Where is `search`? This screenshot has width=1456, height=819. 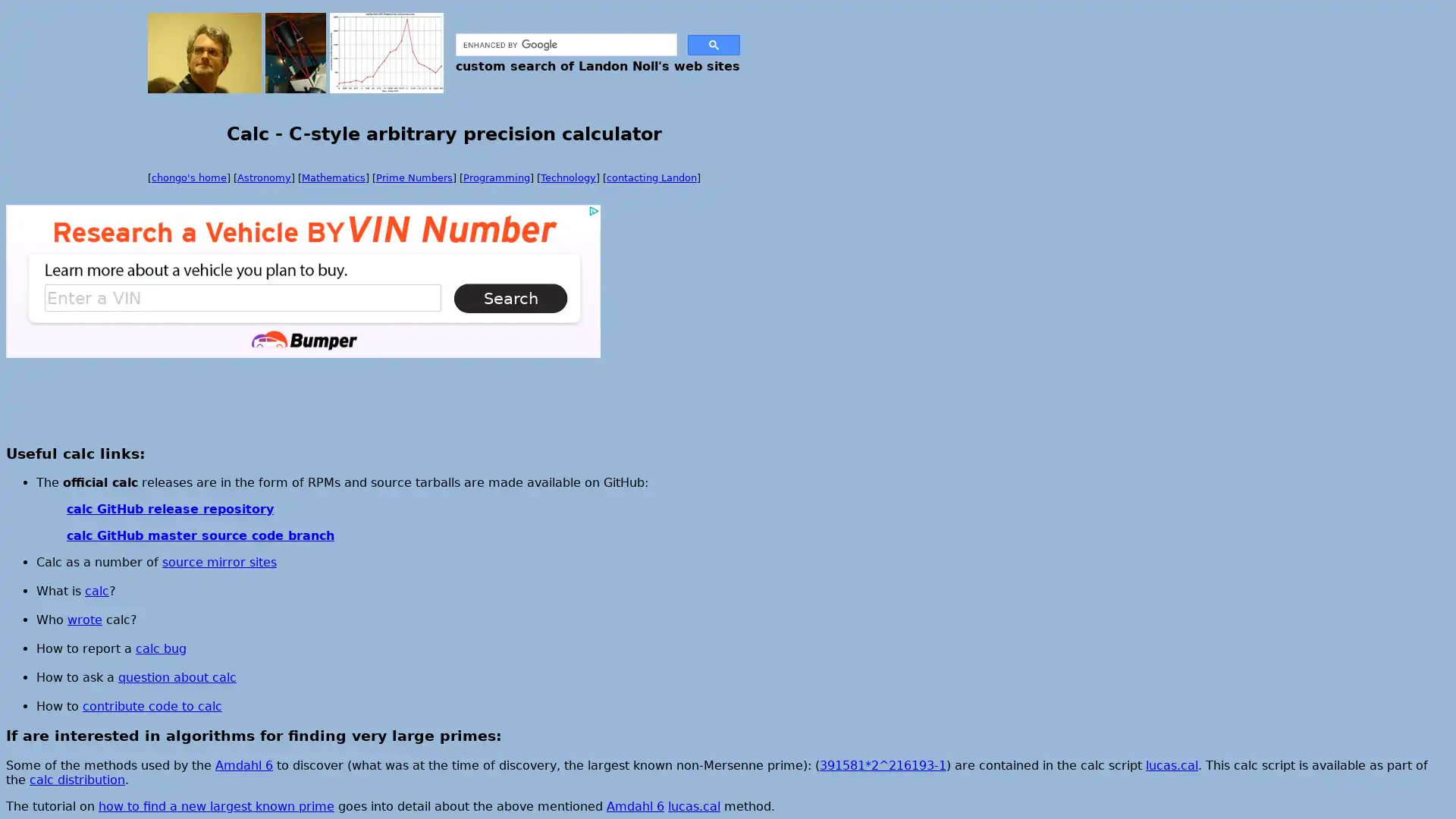 search is located at coordinates (713, 43).